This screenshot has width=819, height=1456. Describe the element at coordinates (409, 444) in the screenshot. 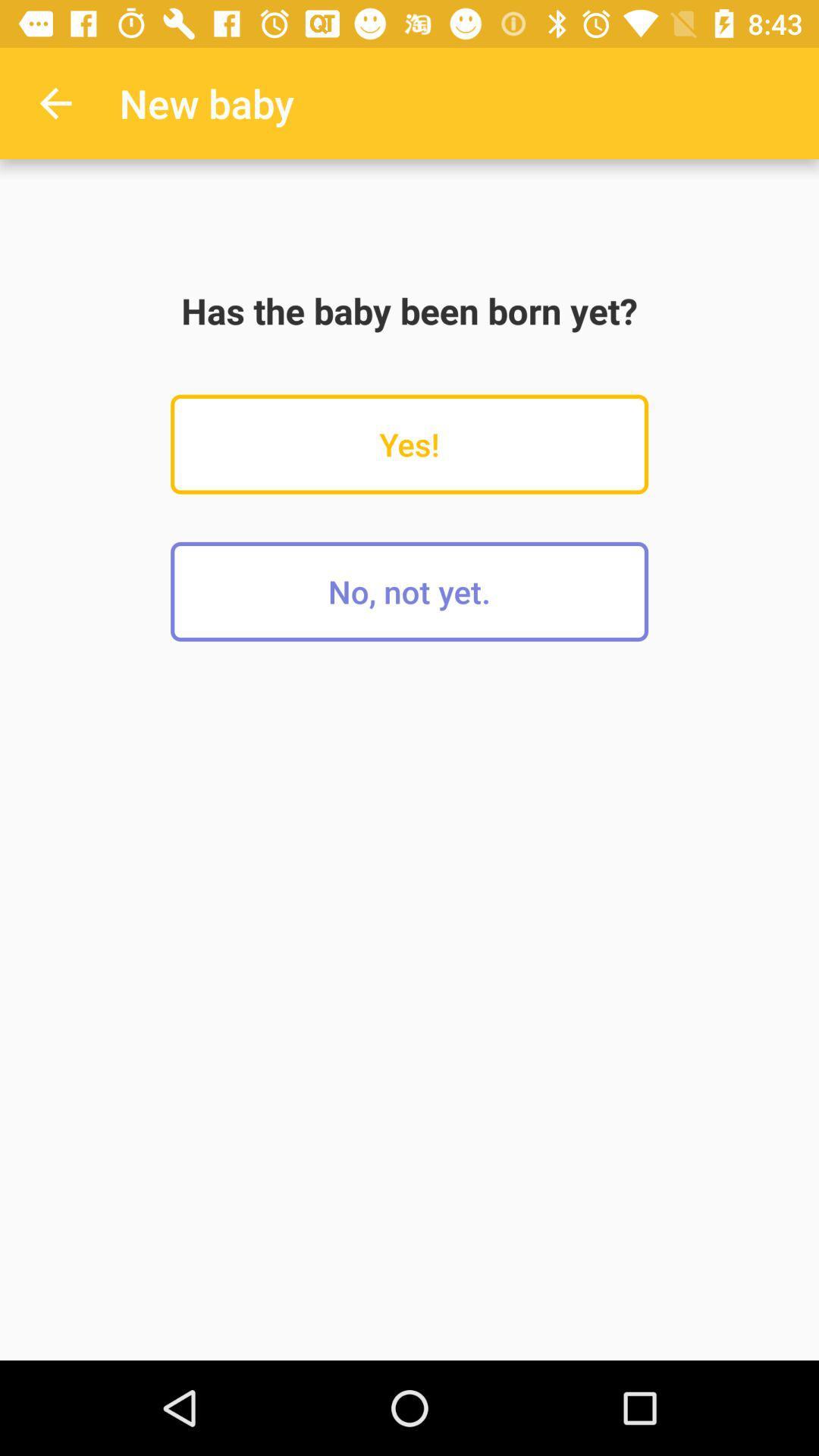

I see `yes!` at that location.